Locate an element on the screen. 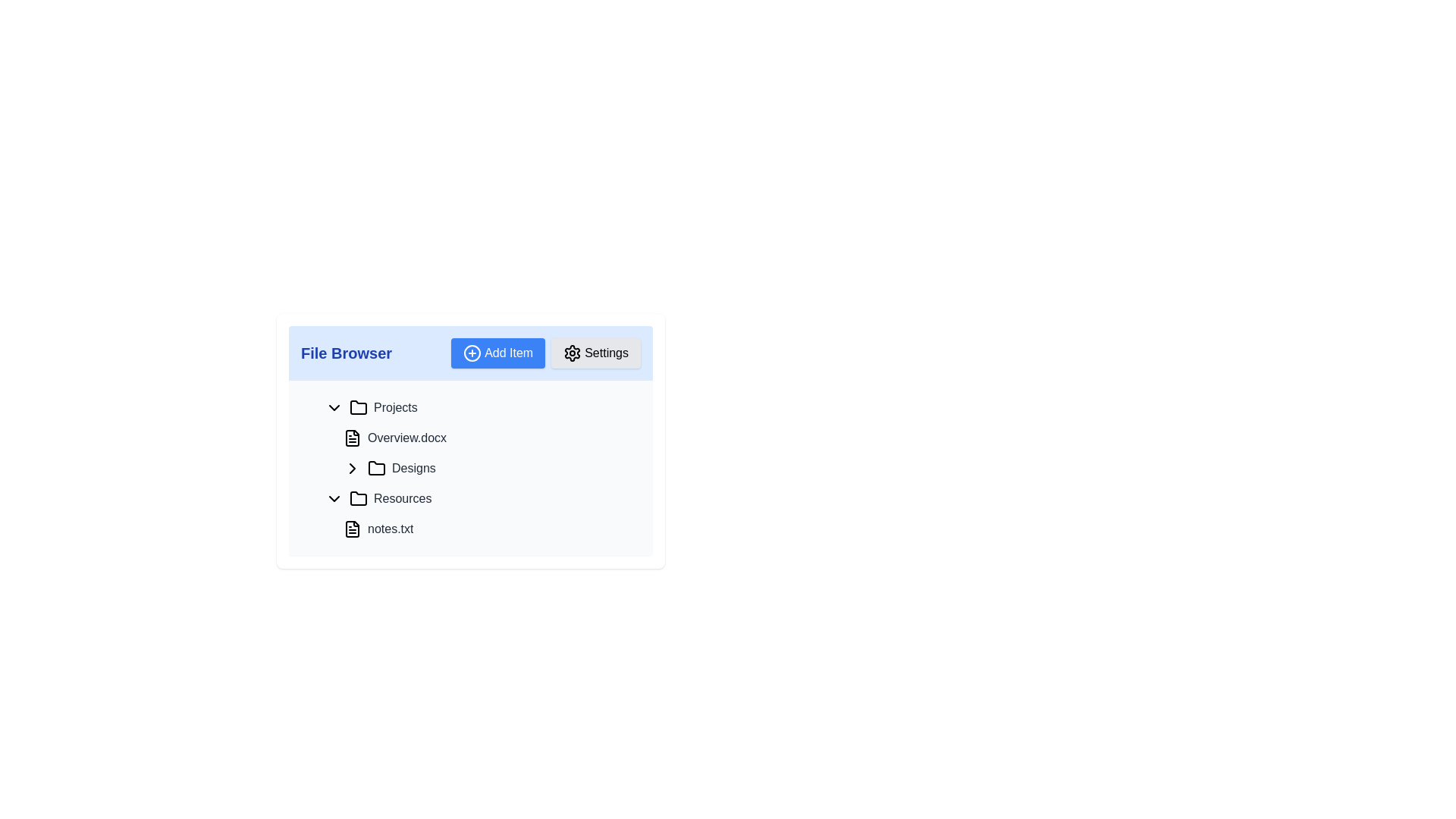  the 'Designs' folder view item is located at coordinates (469, 467).